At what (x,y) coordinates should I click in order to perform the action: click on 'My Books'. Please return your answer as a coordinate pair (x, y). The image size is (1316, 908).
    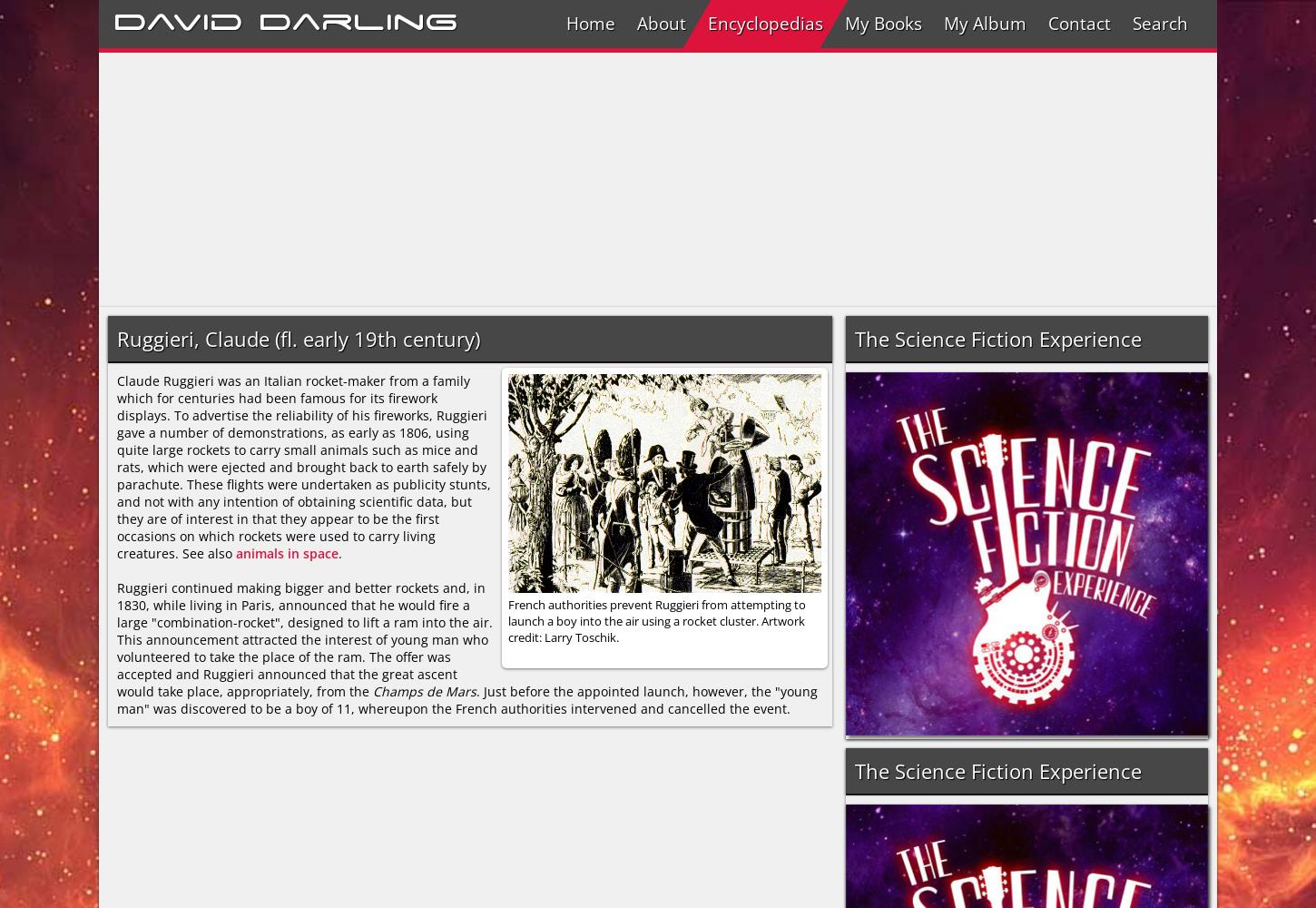
    Looking at the image, I should click on (883, 24).